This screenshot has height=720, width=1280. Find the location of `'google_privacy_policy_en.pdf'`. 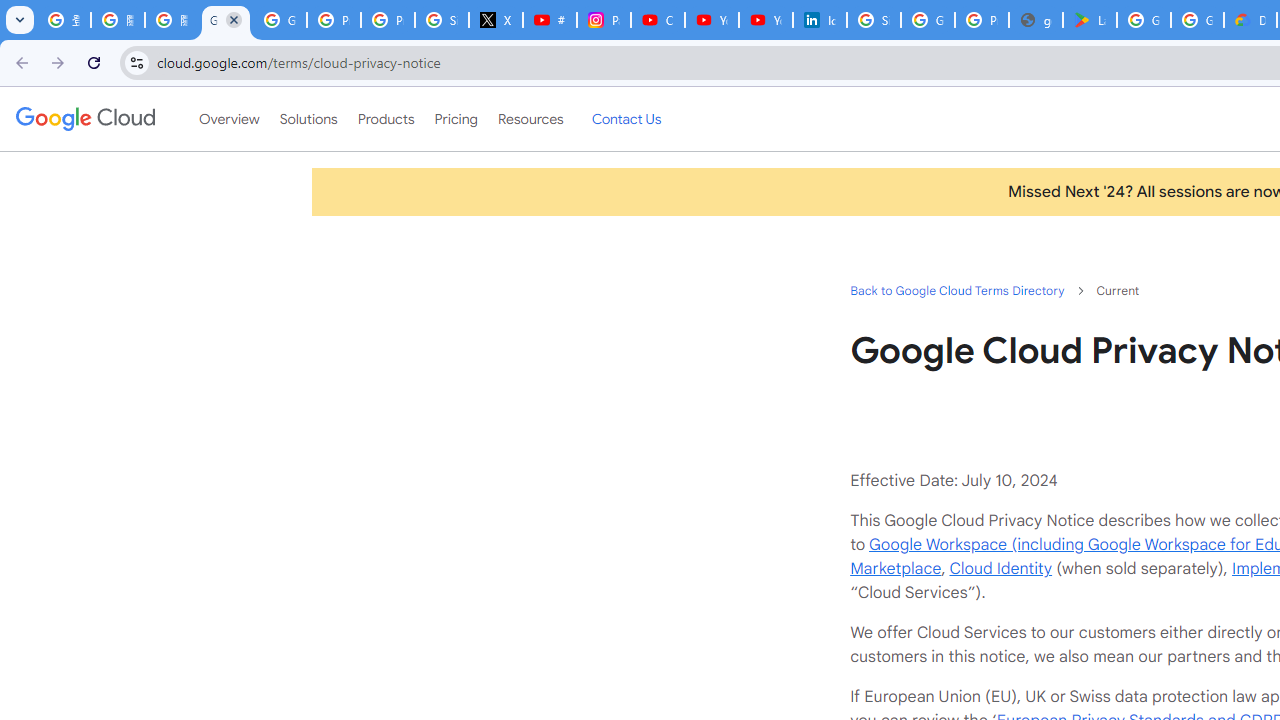

'google_privacy_policy_en.pdf' is located at coordinates (1036, 20).